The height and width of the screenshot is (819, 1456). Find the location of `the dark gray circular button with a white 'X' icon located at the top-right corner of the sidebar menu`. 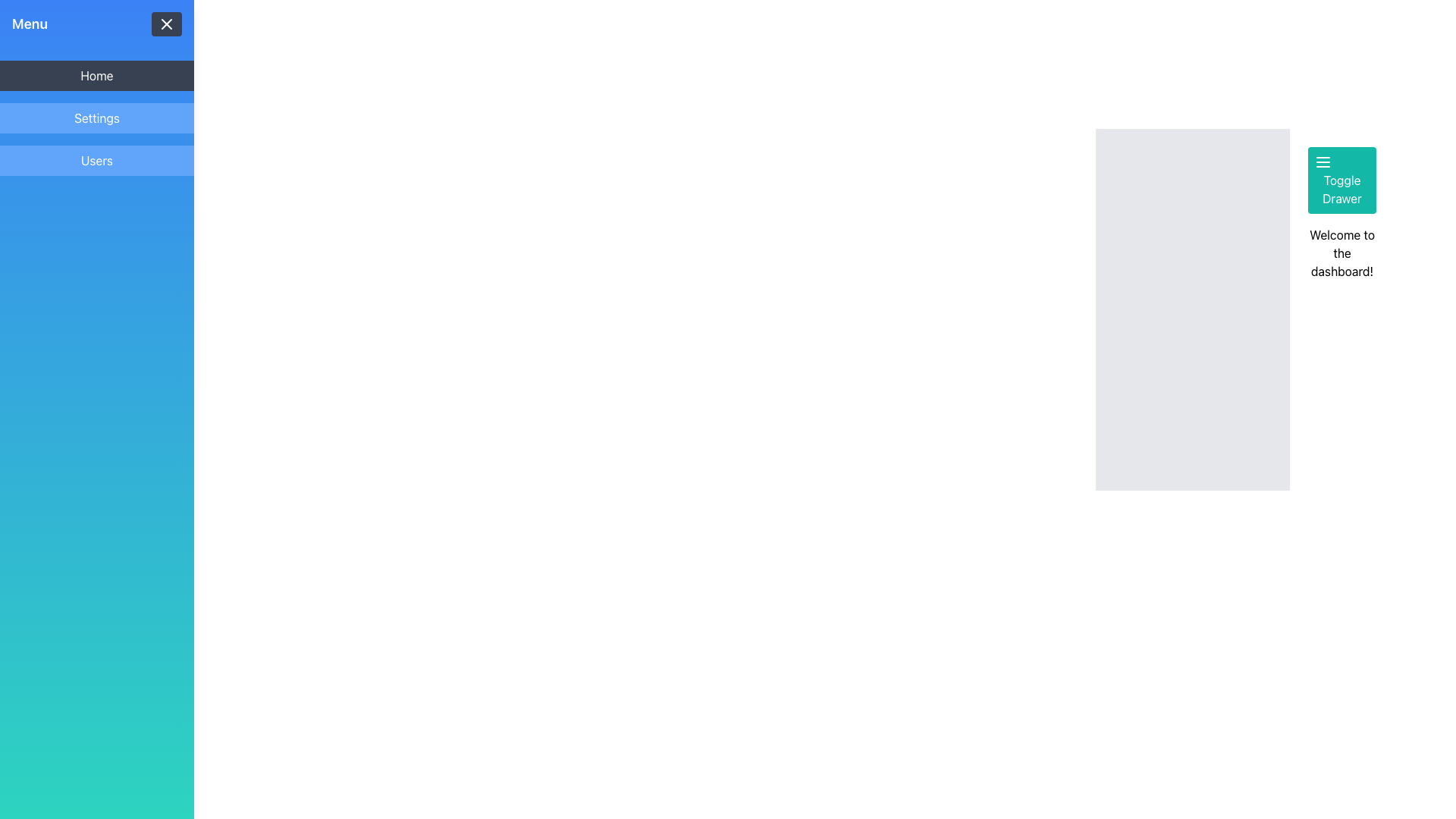

the dark gray circular button with a white 'X' icon located at the top-right corner of the sidebar menu is located at coordinates (167, 24).